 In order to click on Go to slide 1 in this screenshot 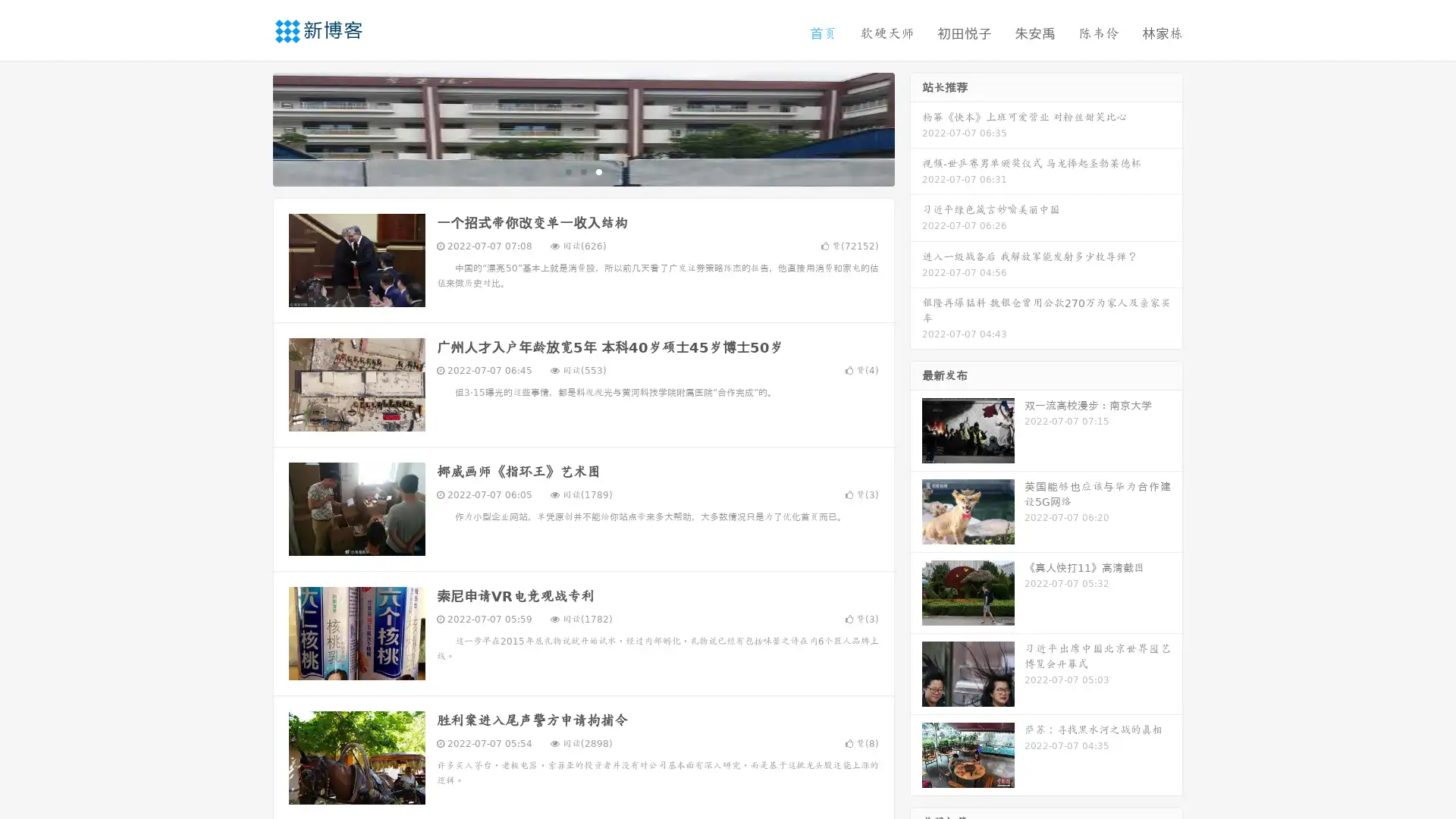, I will do `click(567, 171)`.